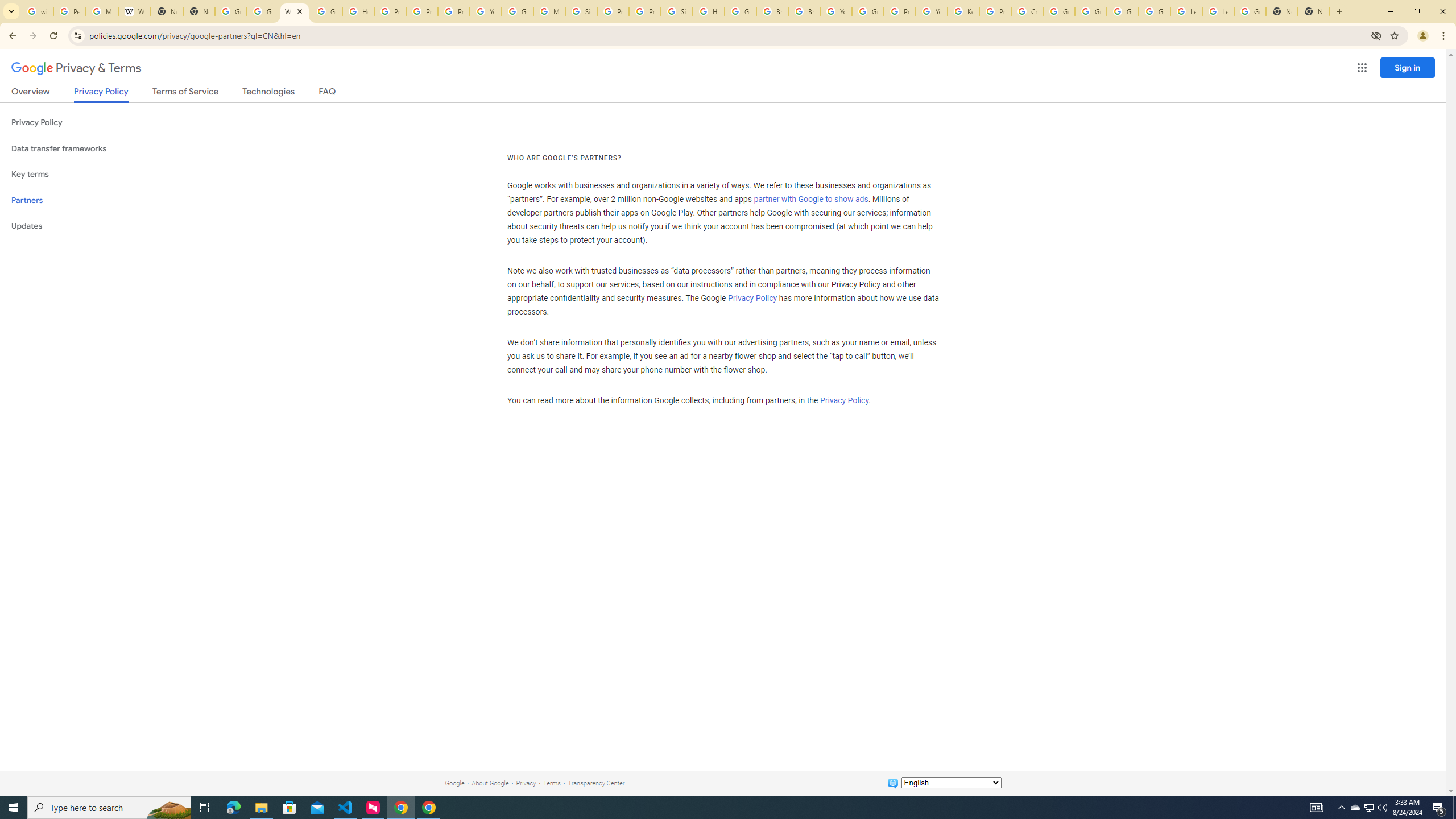 This screenshot has height=819, width=1456. What do you see at coordinates (1155, 11) in the screenshot?
I see `'Google Account Help'` at bounding box center [1155, 11].